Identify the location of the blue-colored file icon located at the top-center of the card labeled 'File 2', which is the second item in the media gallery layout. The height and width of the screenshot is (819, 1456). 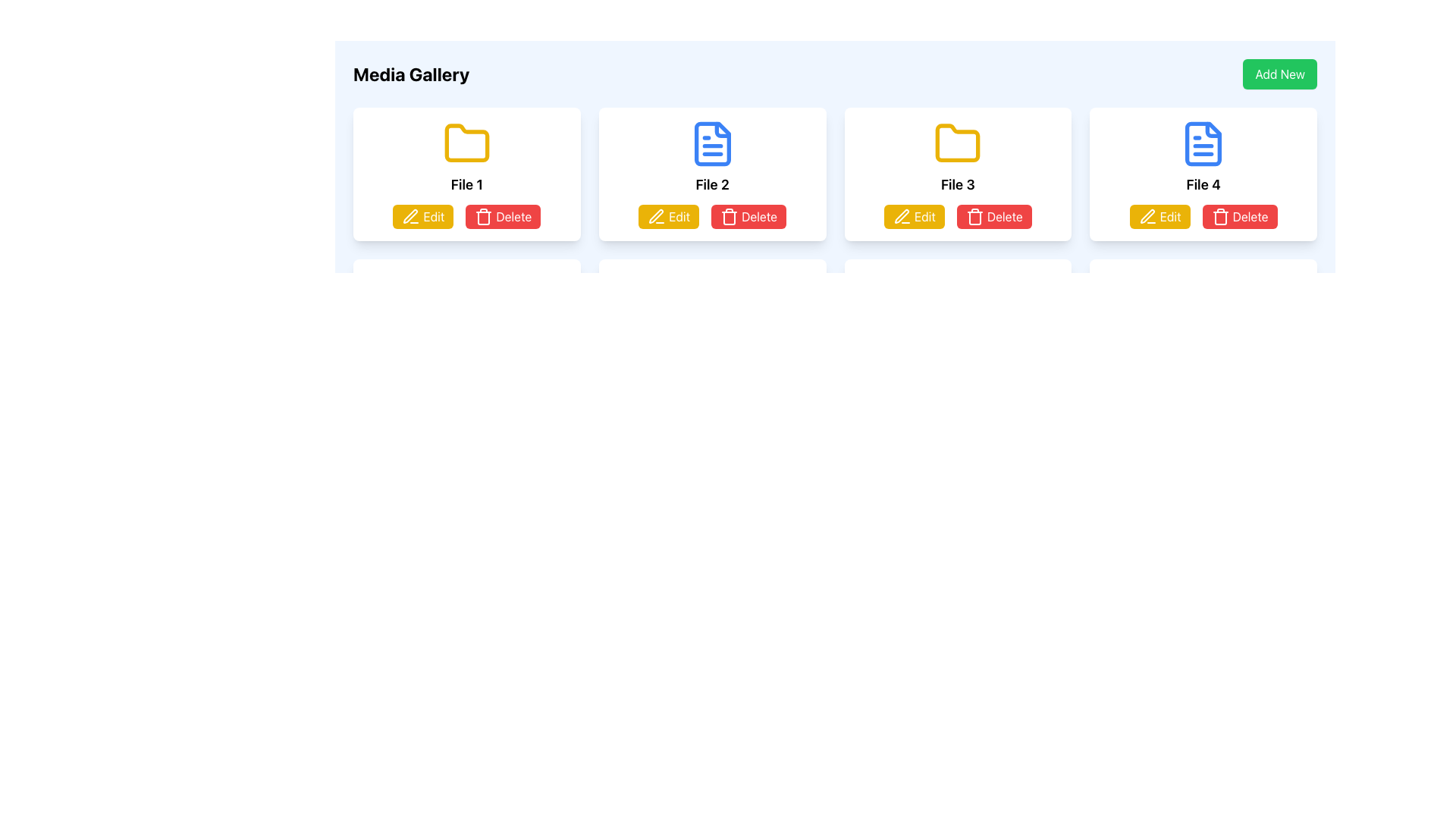
(711, 143).